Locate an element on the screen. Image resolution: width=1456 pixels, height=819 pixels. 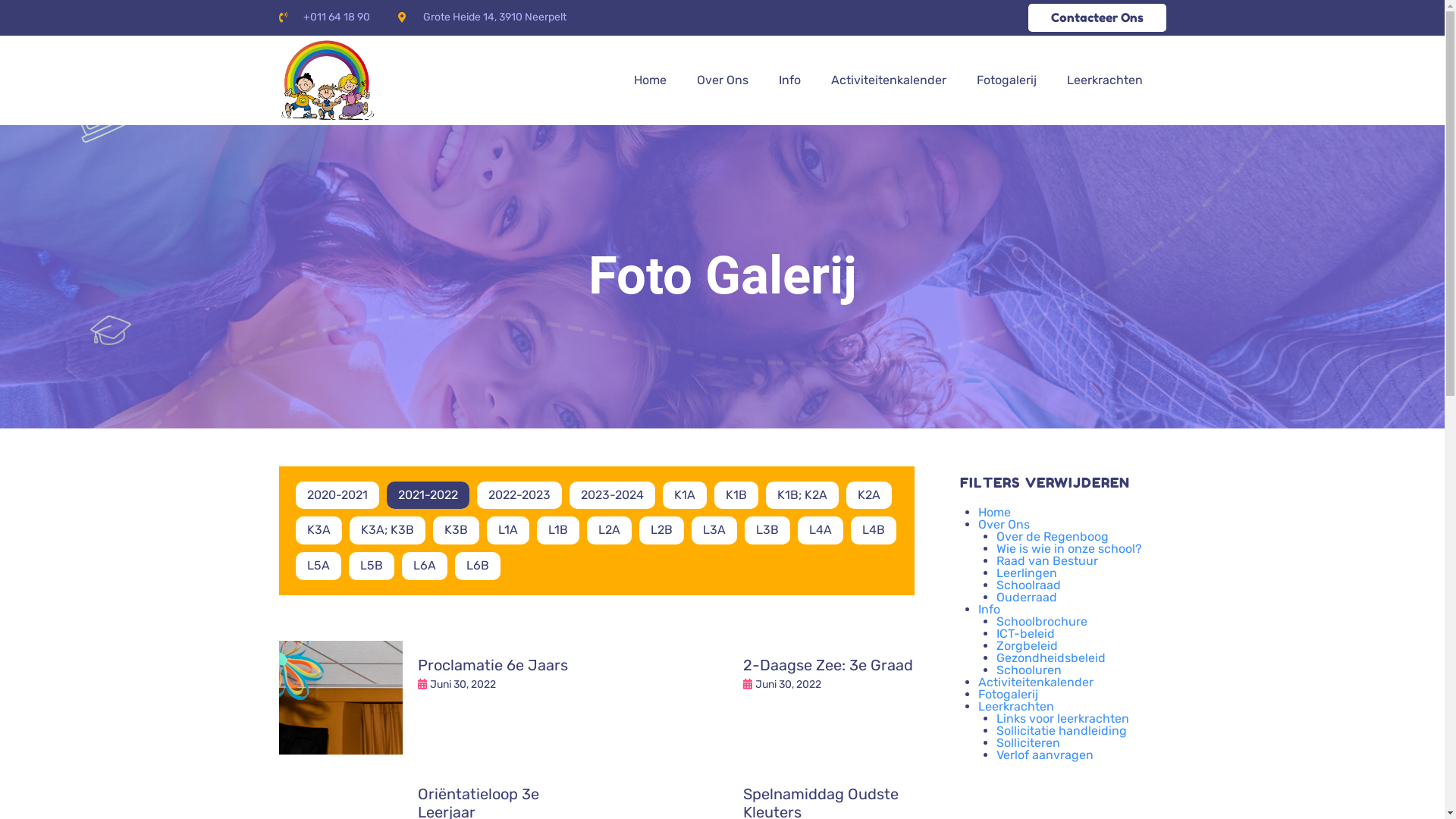
'Solliciteren' is located at coordinates (996, 742).